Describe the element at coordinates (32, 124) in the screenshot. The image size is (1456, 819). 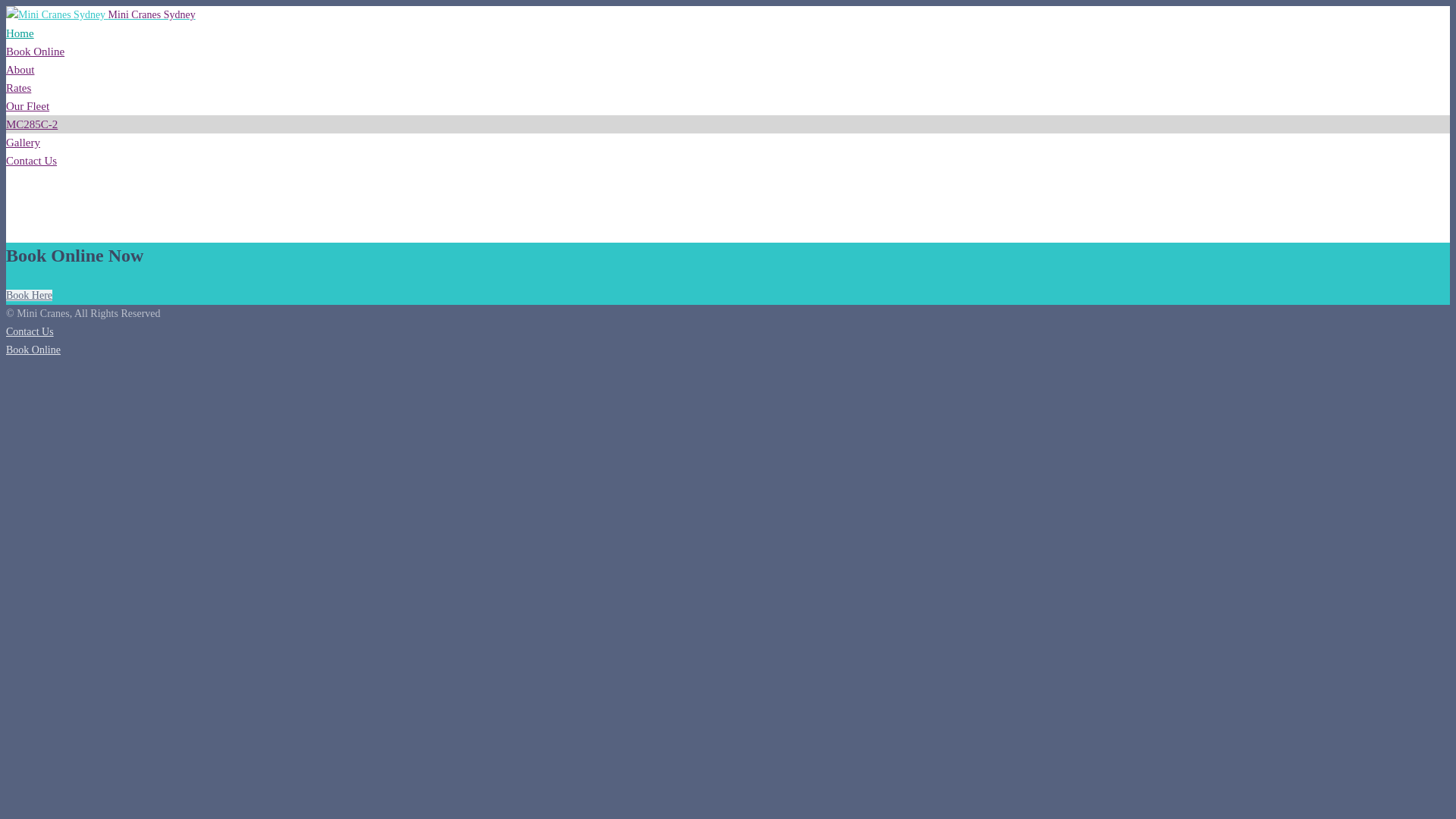
I see `'MC285C-2'` at that location.